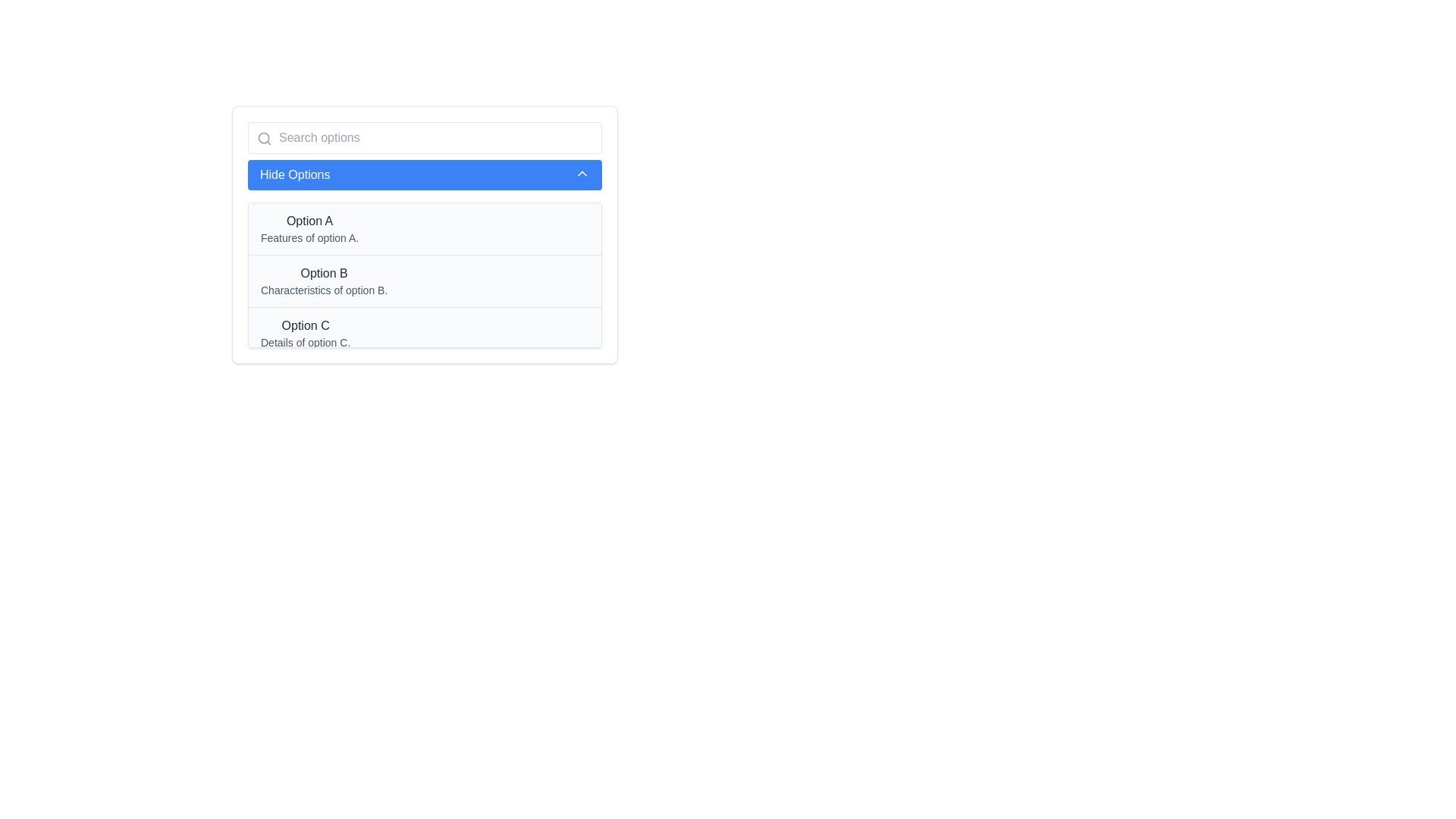 The height and width of the screenshot is (819, 1456). What do you see at coordinates (265, 138) in the screenshot?
I see `the black magnifying glass icon representing the search action, located inside the input field labeled 'Search options'` at bounding box center [265, 138].